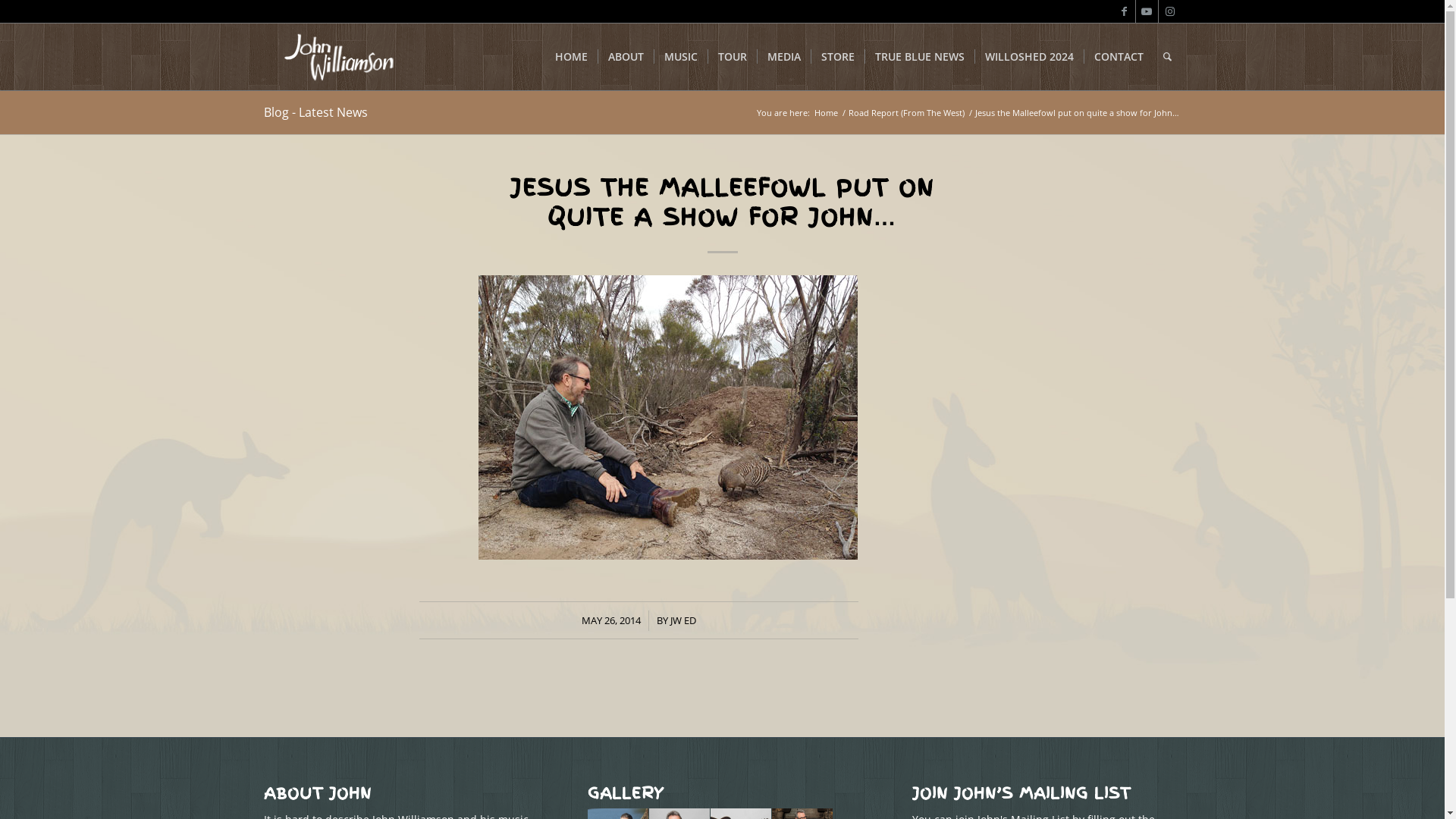 The width and height of the screenshot is (1456, 819). Describe the element at coordinates (1117, 55) in the screenshot. I see `'CONTACT'` at that location.